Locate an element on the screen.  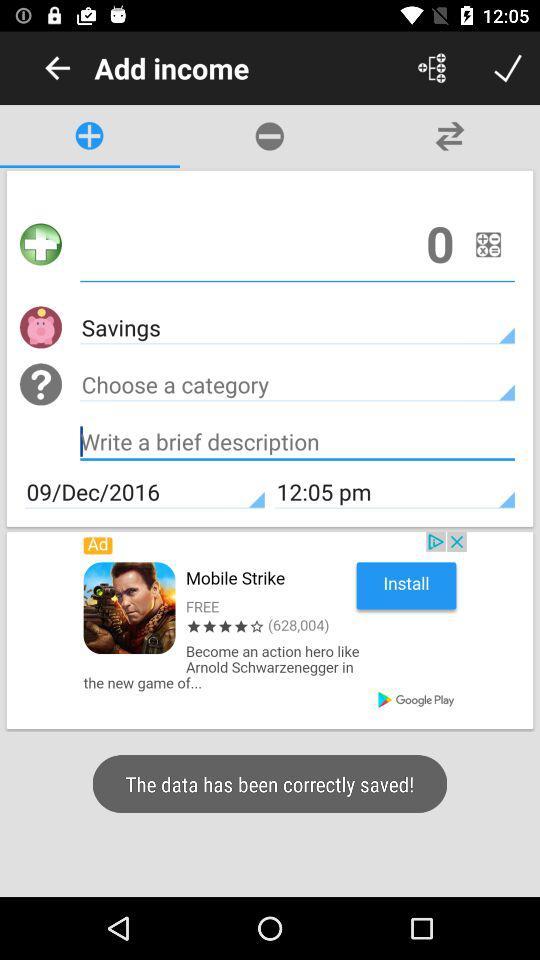
an income amount is located at coordinates (296, 243).